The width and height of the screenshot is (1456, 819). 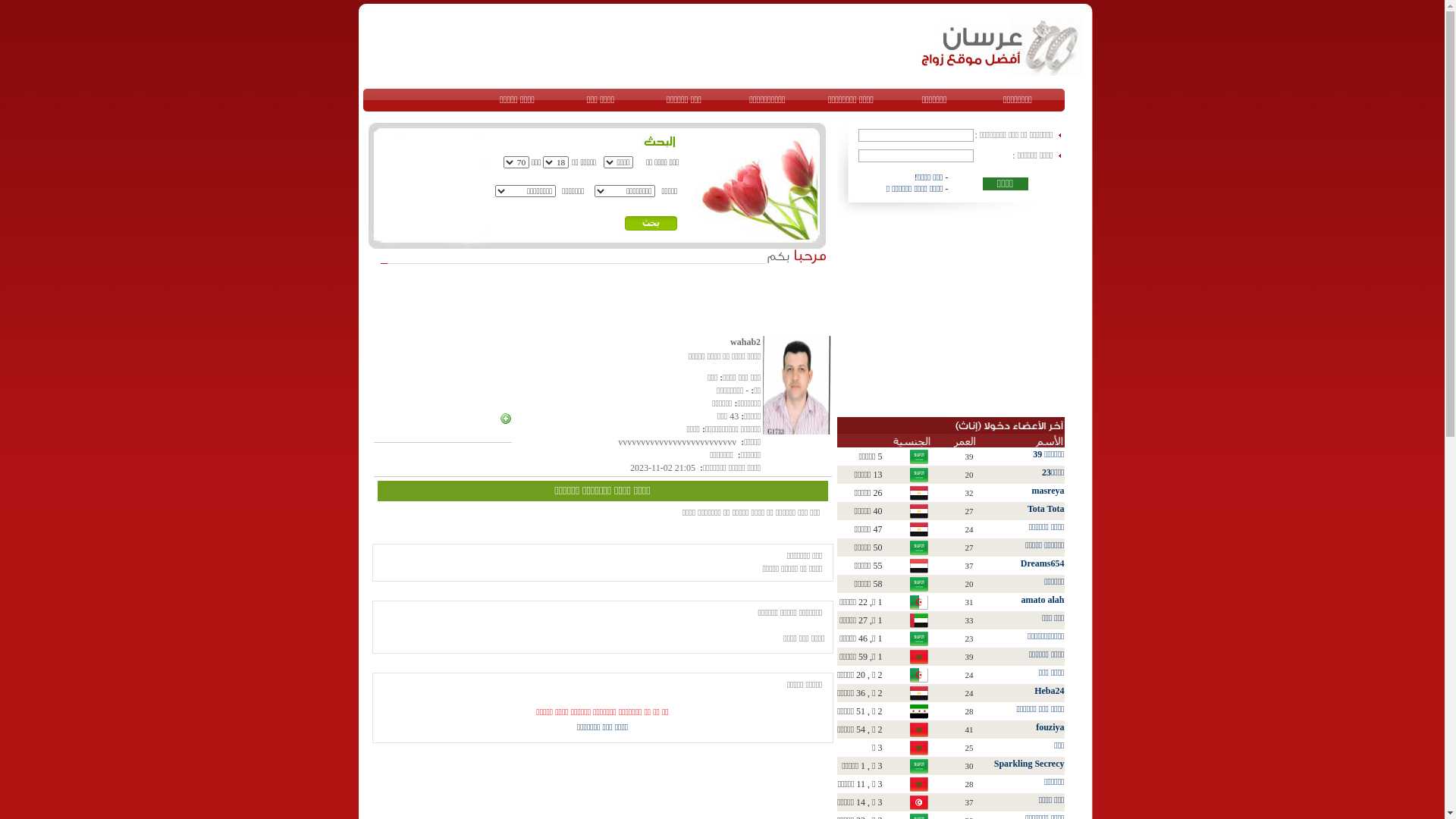 I want to click on 'Heba24', so click(x=1048, y=690).